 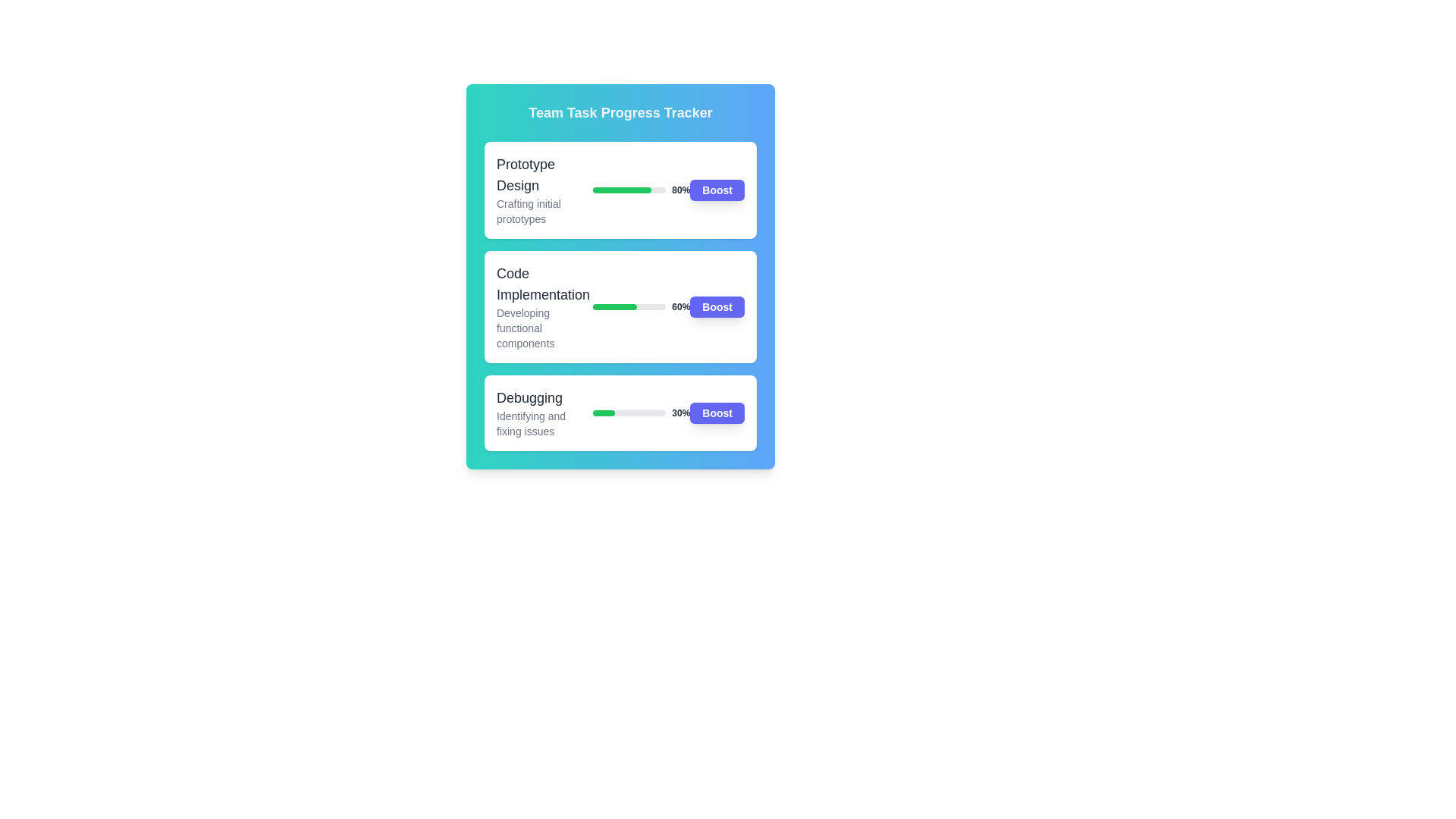 What do you see at coordinates (622, 189) in the screenshot?
I see `the green progress indicator that represents 80% completion of the 'Prototype Design' task, which is located at the top of the tasks list within a gray background progress bar` at bounding box center [622, 189].